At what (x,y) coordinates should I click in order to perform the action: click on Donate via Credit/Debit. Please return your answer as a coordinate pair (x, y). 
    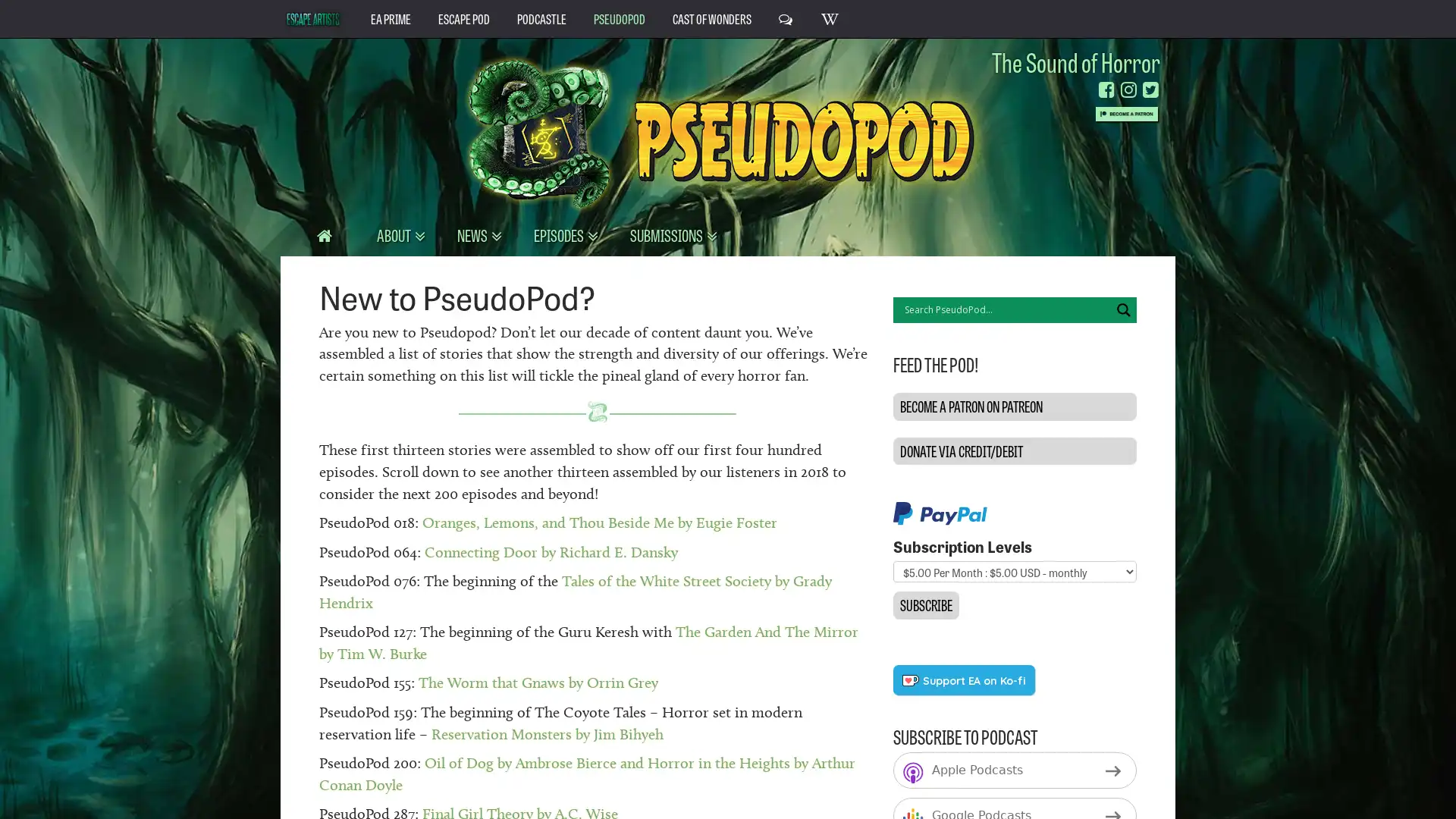
    Looking at the image, I should click on (1014, 450).